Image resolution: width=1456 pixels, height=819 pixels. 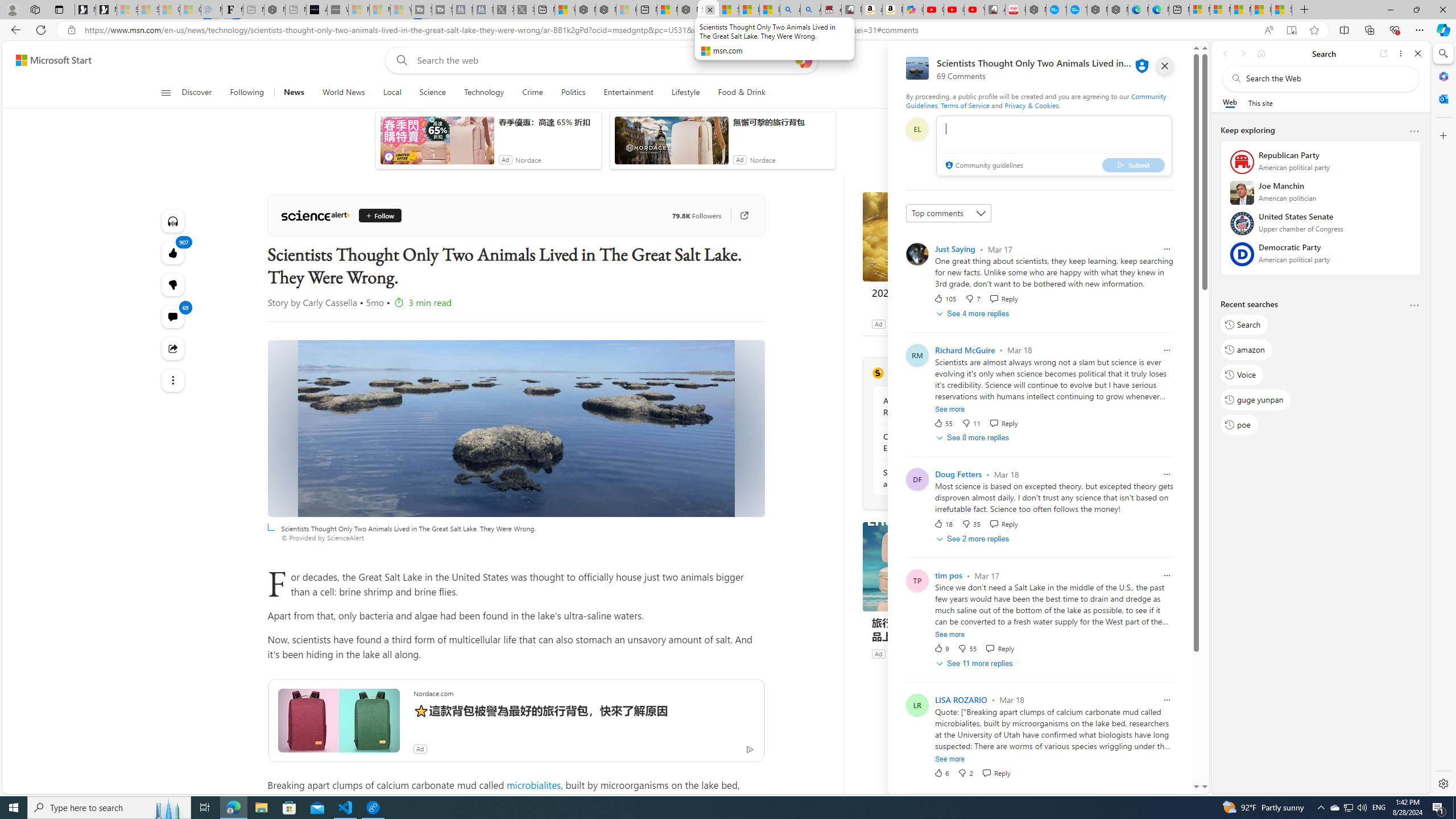 I want to click on 'tim pos', so click(x=948, y=575).